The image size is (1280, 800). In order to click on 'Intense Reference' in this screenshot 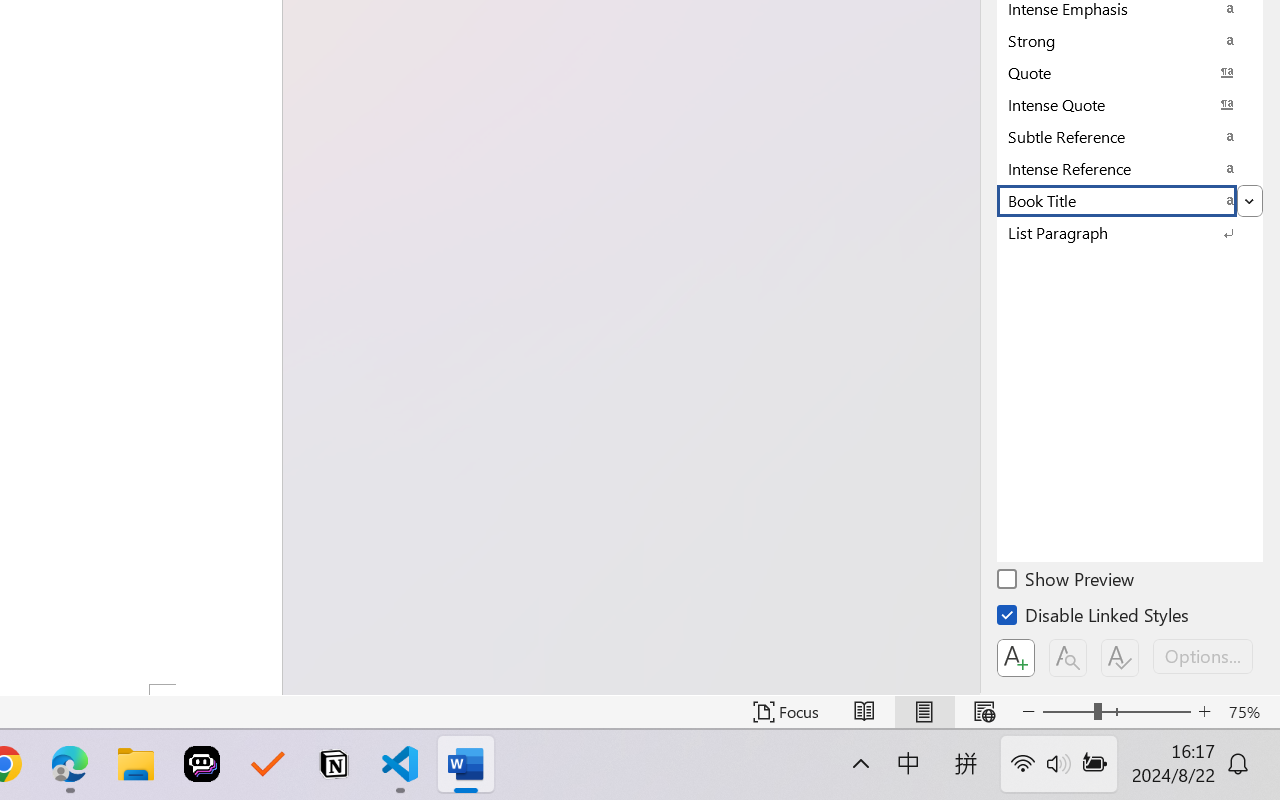, I will do `click(1130, 167)`.